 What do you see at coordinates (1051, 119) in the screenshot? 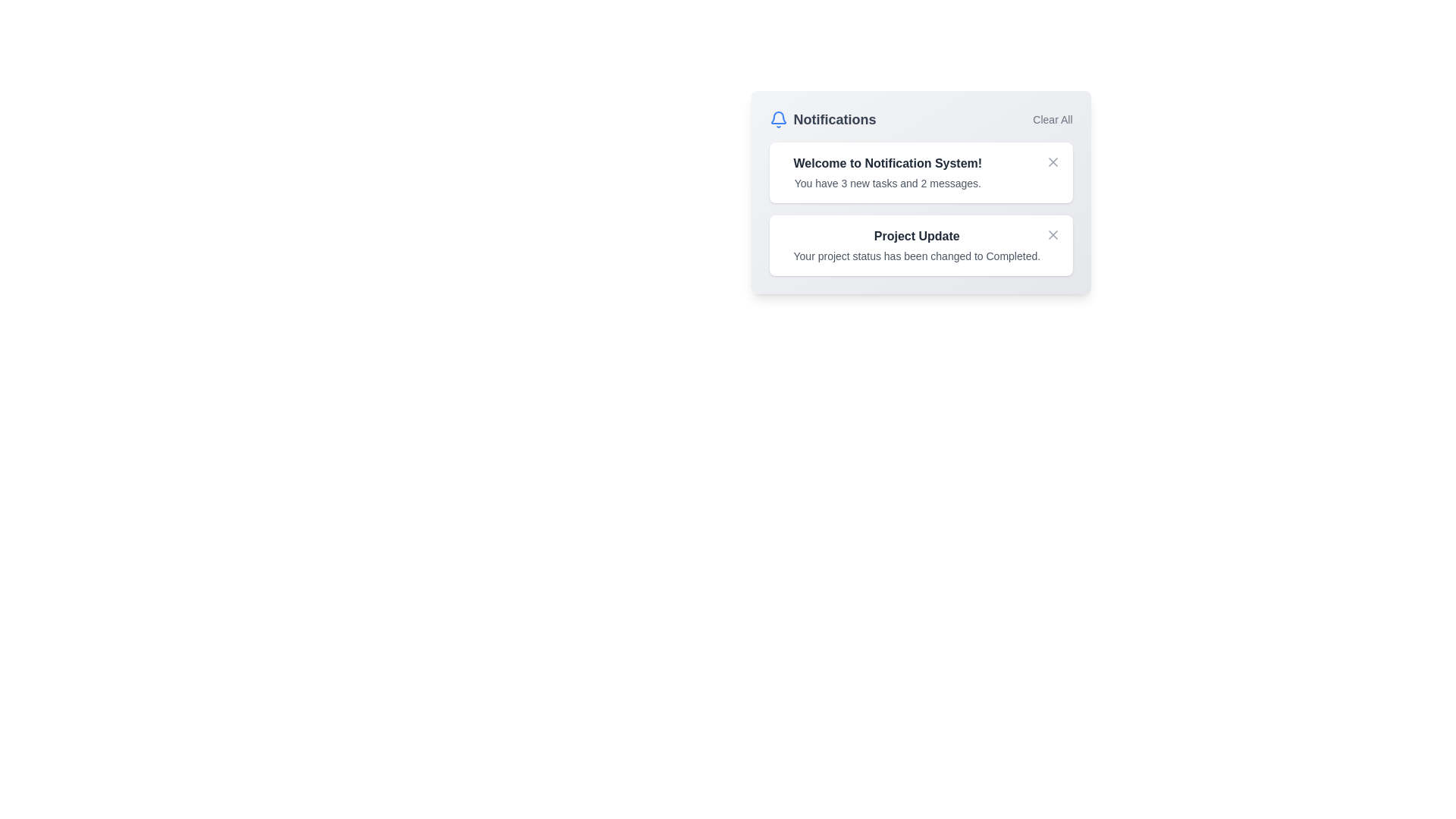
I see `the 'Clear All' button, which is a small gray text button located at the top right of the notification management interface, to clear all notifications` at bounding box center [1051, 119].